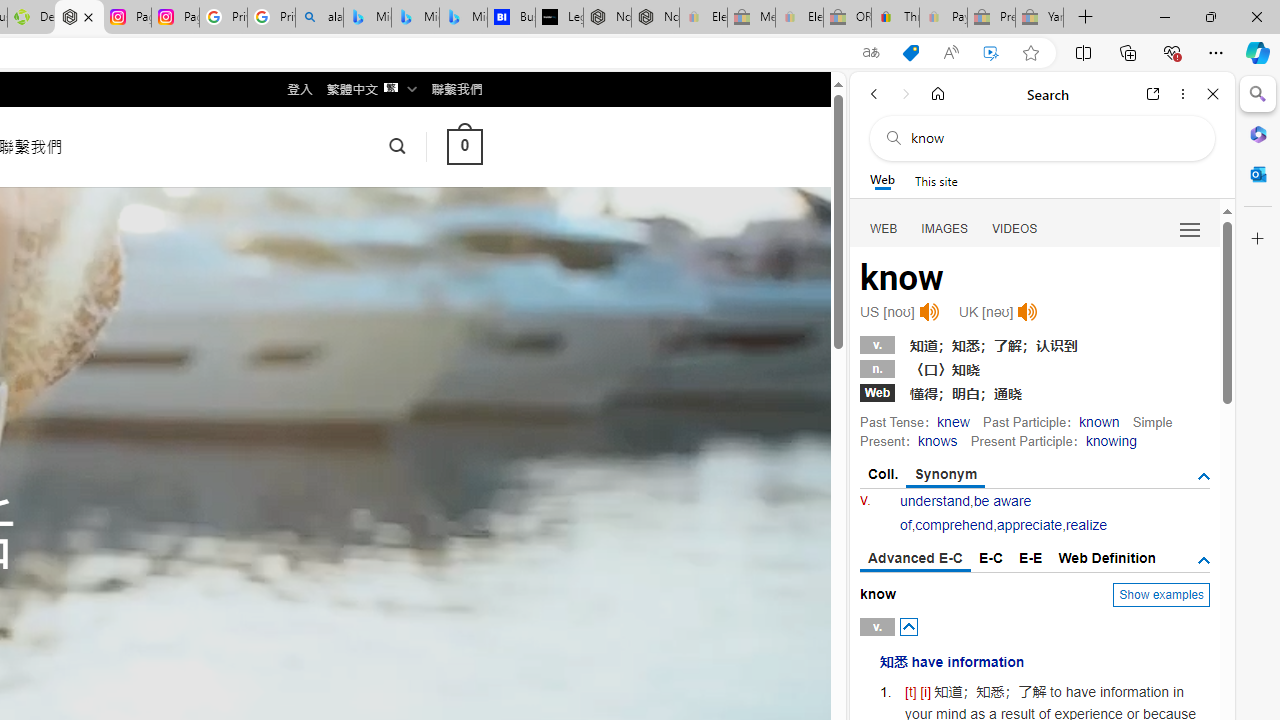  I want to click on 'Advanced E-C', so click(914, 559).